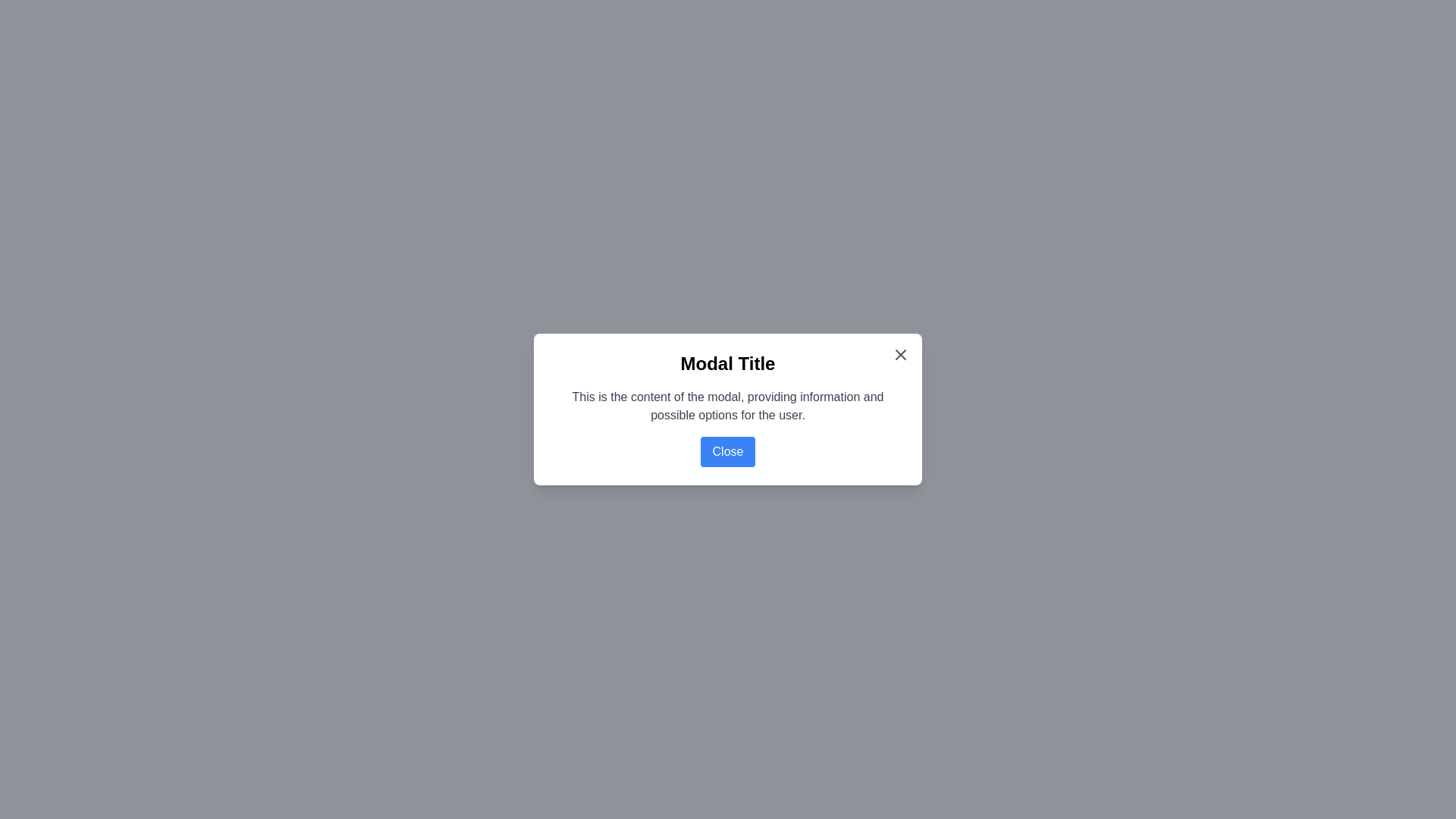 The height and width of the screenshot is (819, 1456). Describe the element at coordinates (728, 406) in the screenshot. I see `the Informational text block that contains the content: 'This is the content of the modal, providing information and possible options for the user.'` at that location.